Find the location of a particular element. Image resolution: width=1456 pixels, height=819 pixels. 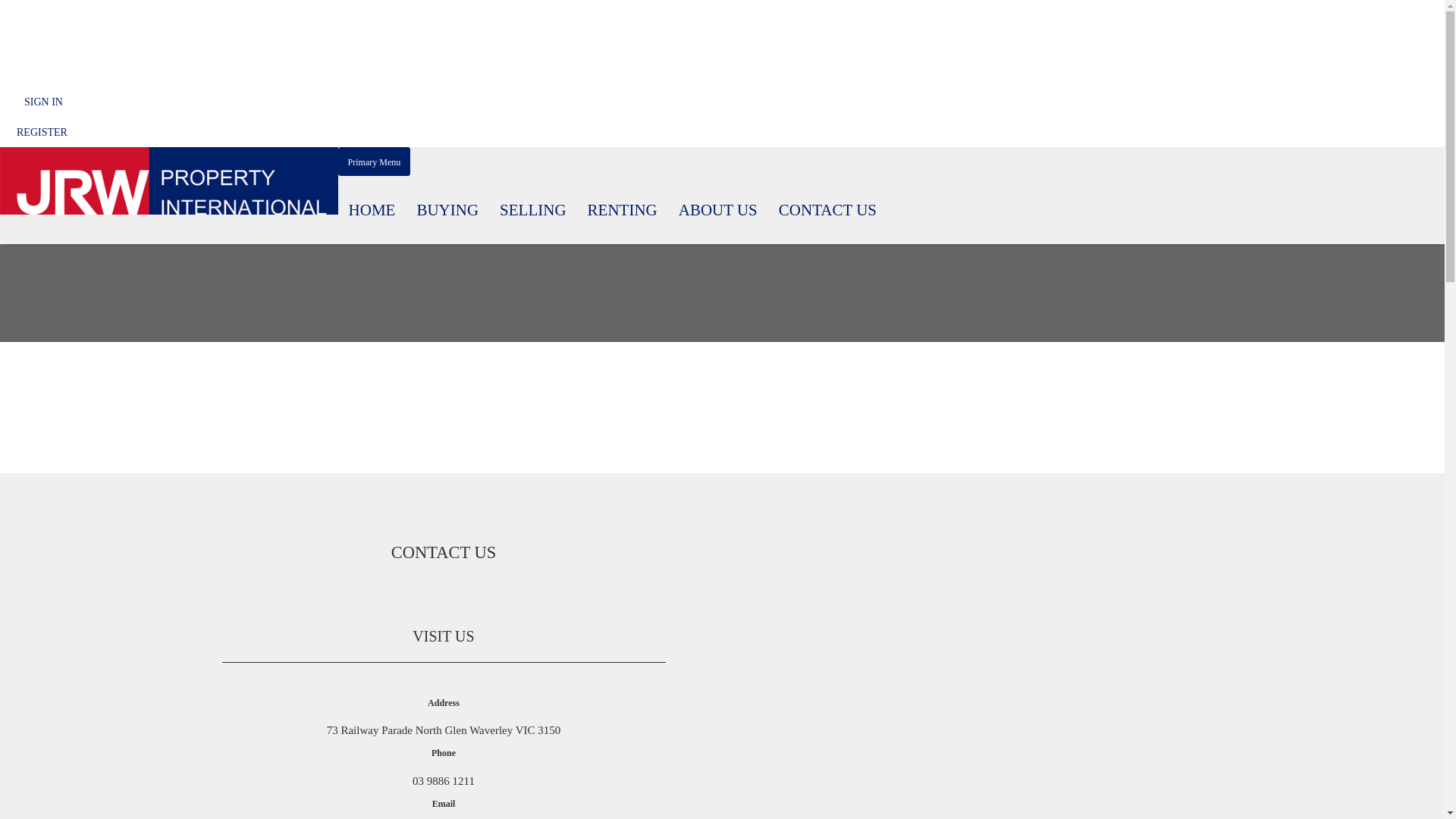

'03 9886 1211' is located at coordinates (443, 780).